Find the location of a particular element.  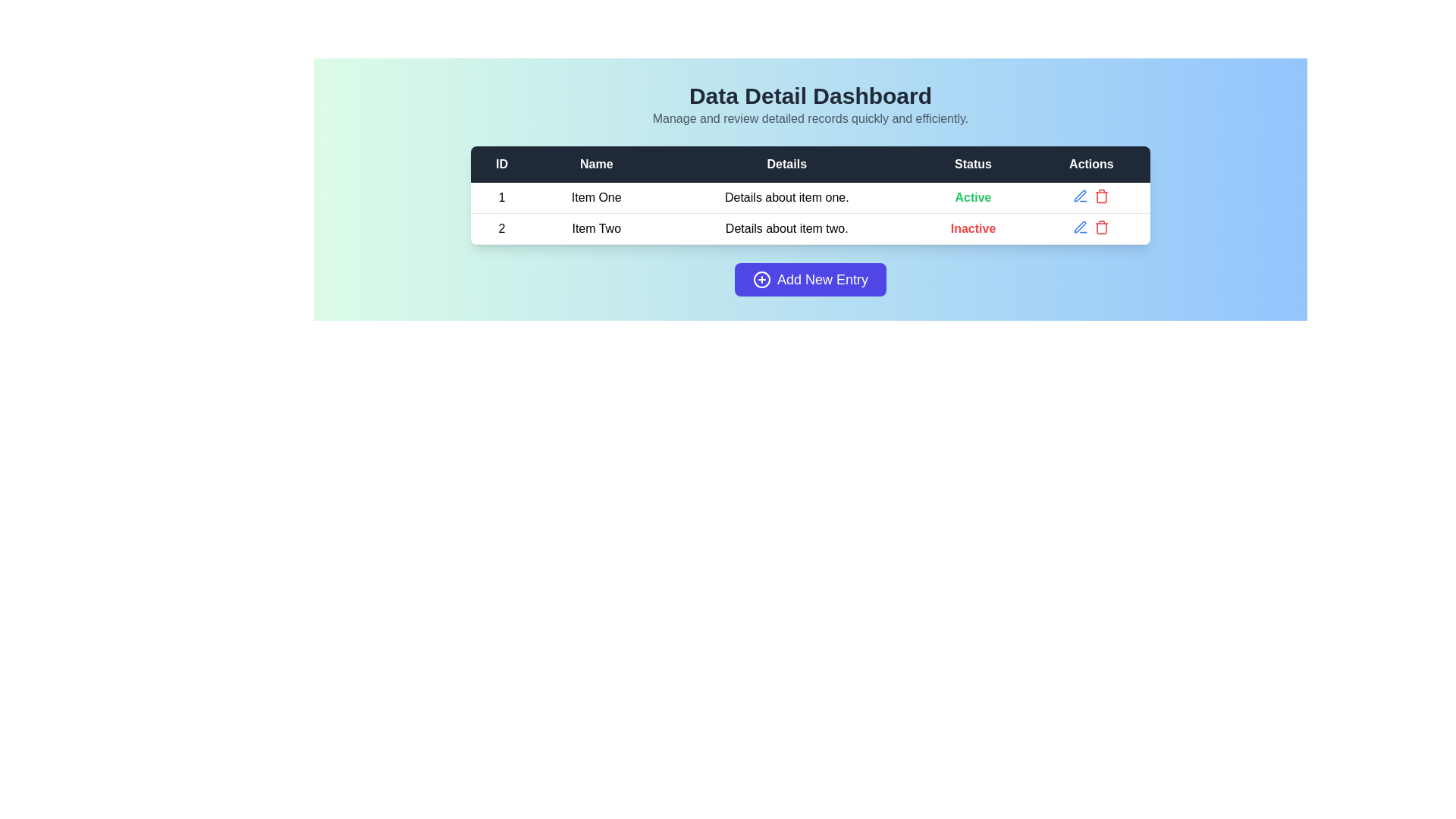

the 'Active' status indicator text label located in the 'Status' column of the first row in the table is located at coordinates (973, 196).